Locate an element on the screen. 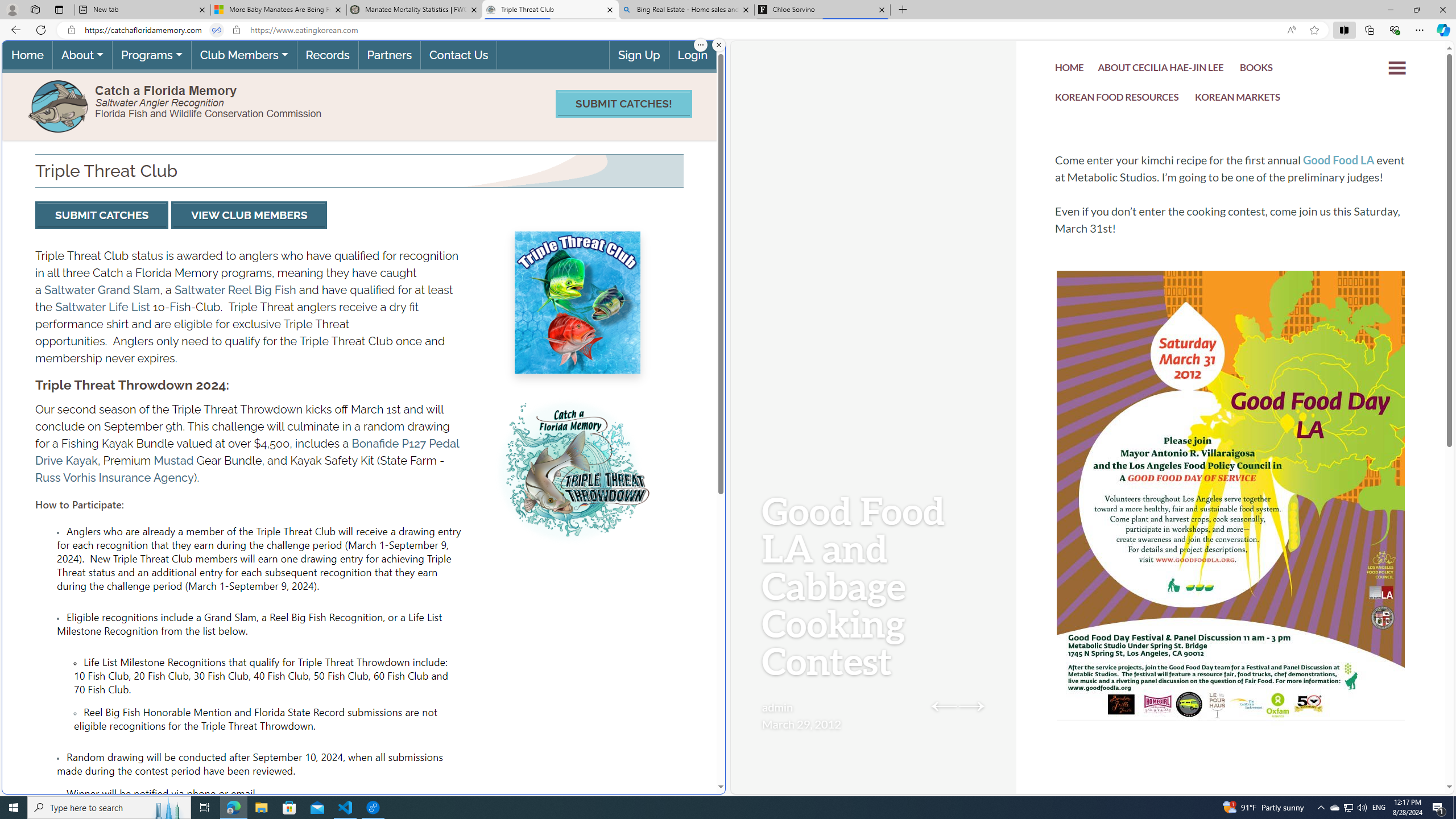 Image resolution: width=1456 pixels, height=819 pixels. 'Home(current)' is located at coordinates (27, 55).